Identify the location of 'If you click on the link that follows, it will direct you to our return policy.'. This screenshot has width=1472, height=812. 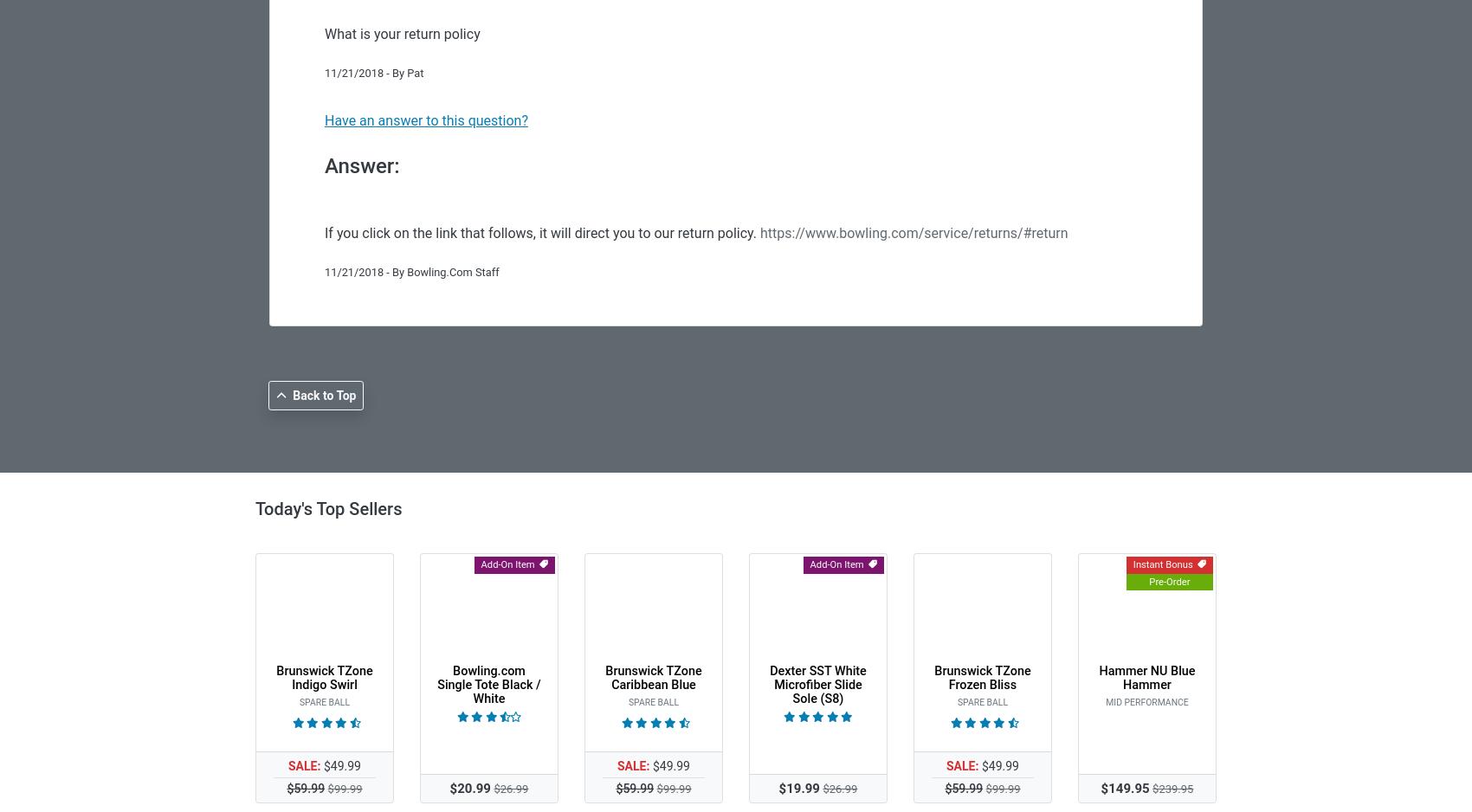
(324, 232).